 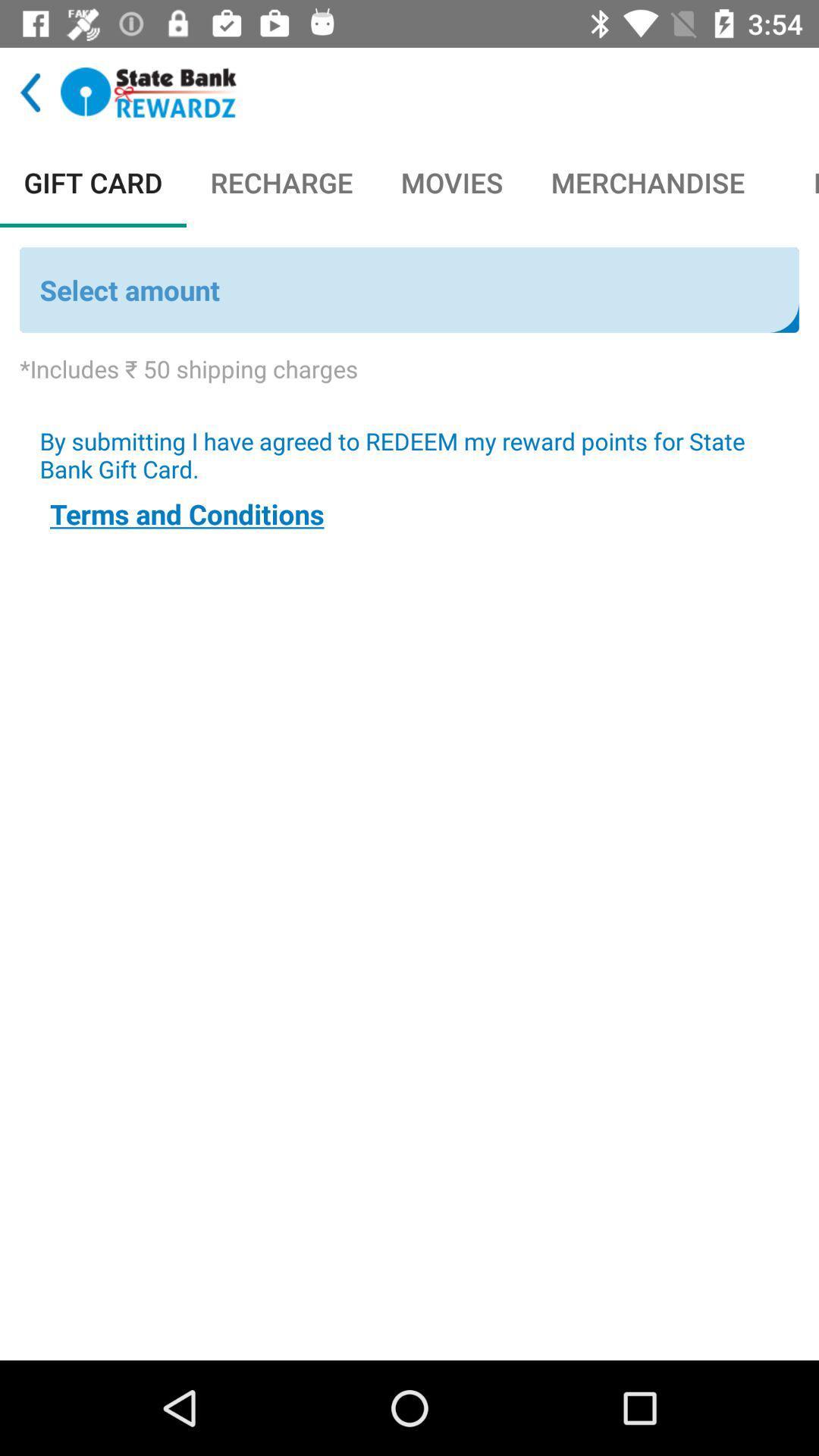 I want to click on the arrow which is left to the state bank logo, so click(x=30, y=91).